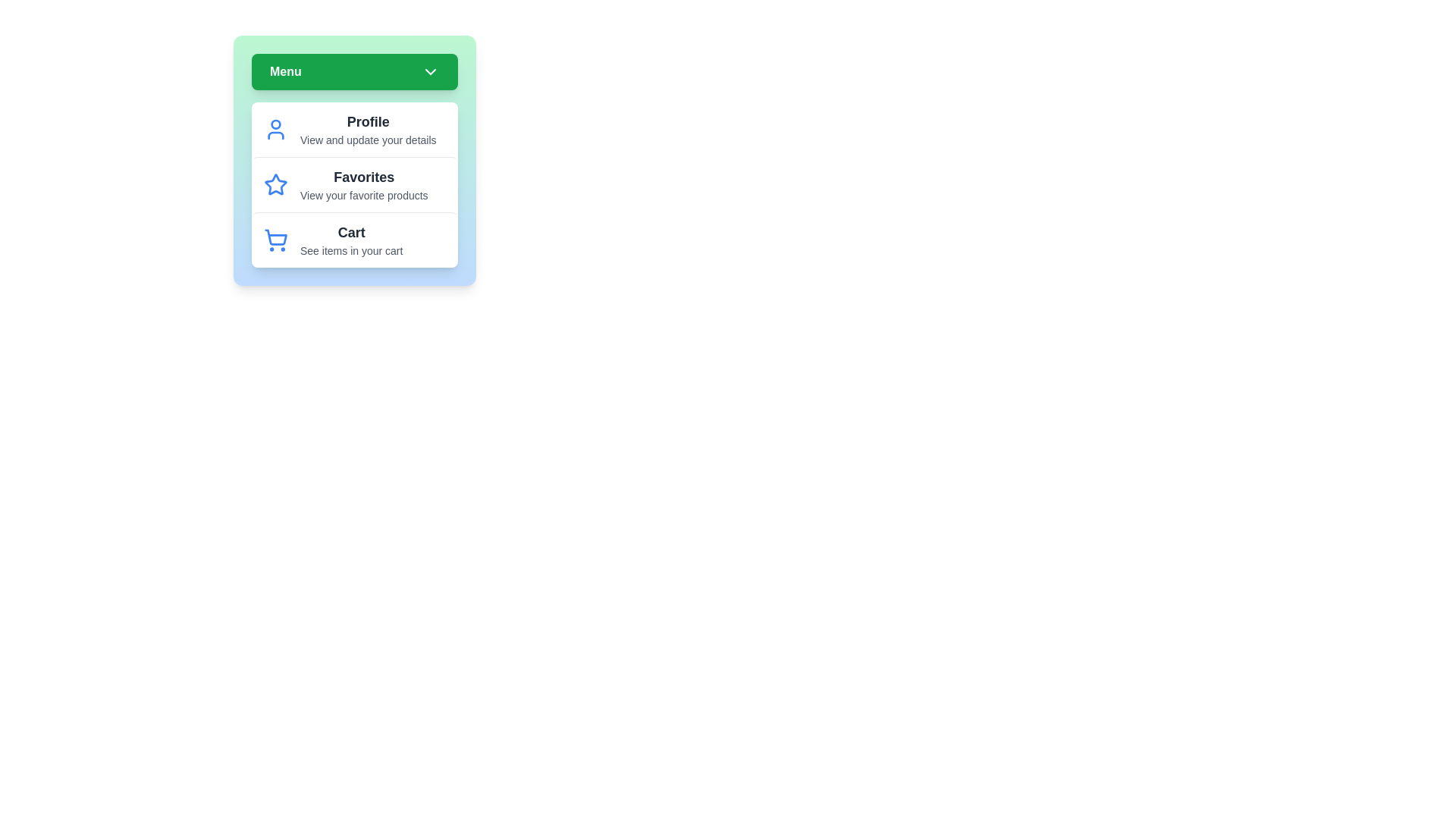 Image resolution: width=1456 pixels, height=819 pixels. Describe the element at coordinates (353, 128) in the screenshot. I see `the 'Profile' option in the menu` at that location.